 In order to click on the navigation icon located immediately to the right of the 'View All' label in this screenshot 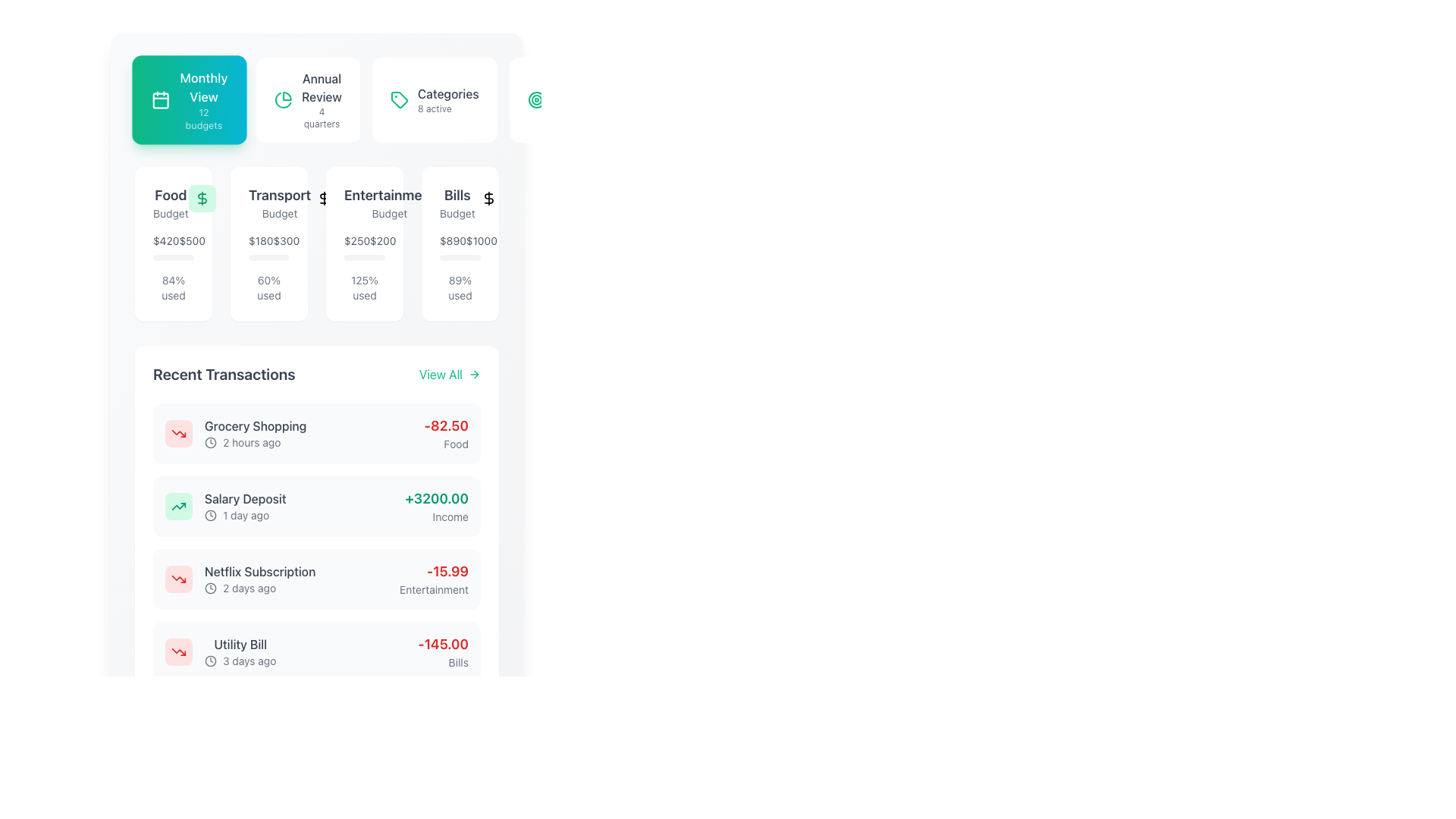, I will do `click(473, 374)`.